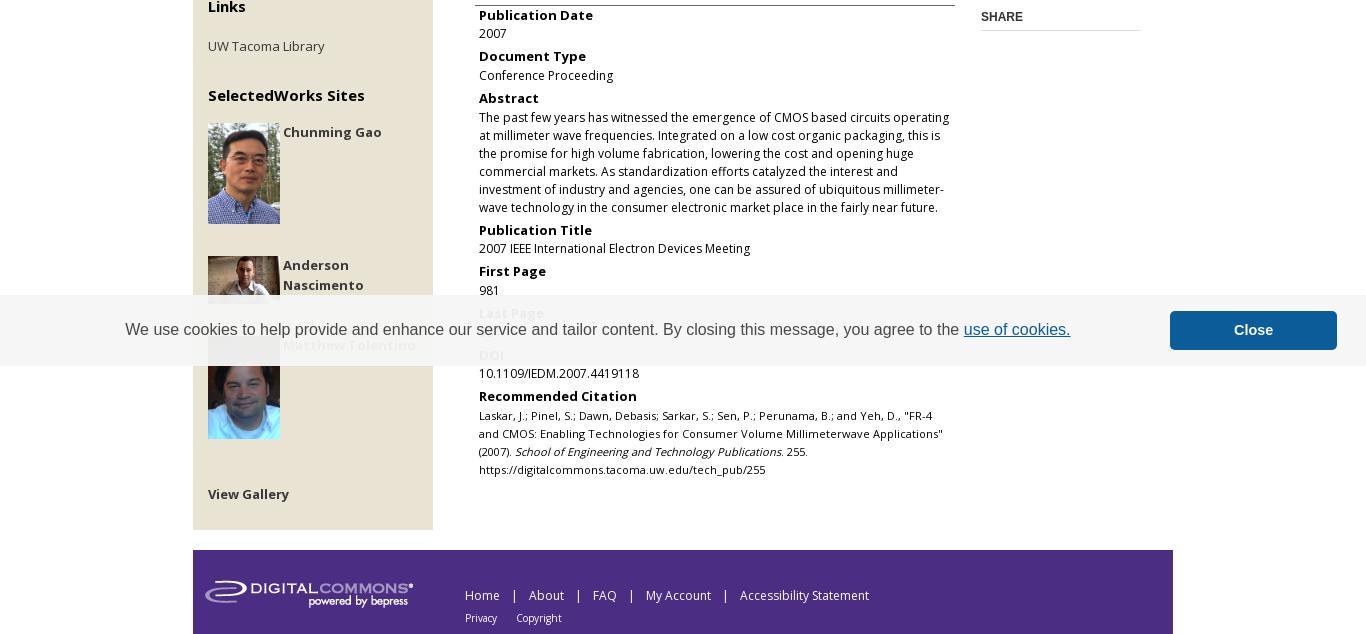 The image size is (1366, 634). I want to click on 'DOI', so click(491, 353).